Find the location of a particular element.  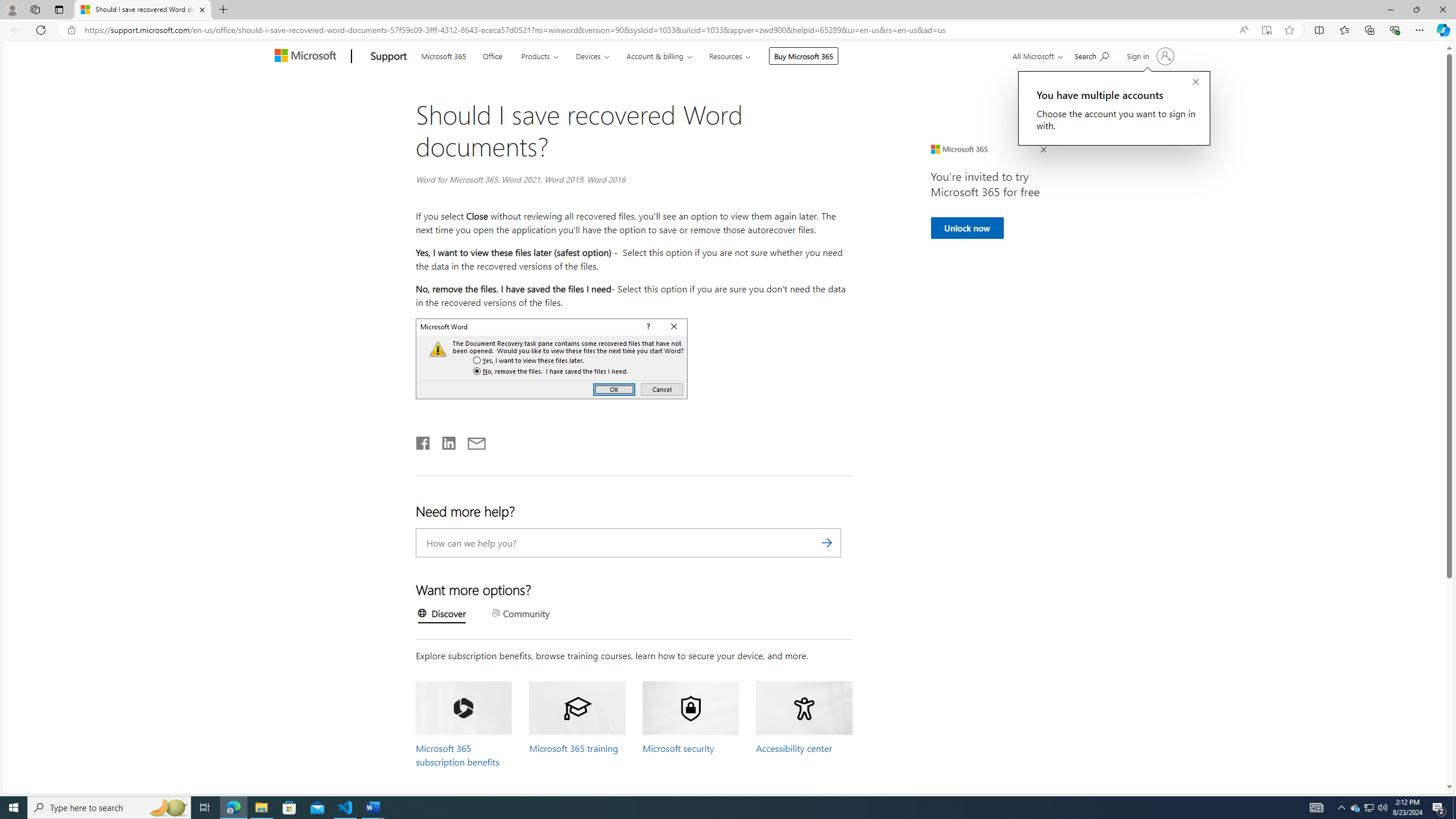

'Personal Profile' is located at coordinates (11, 9).